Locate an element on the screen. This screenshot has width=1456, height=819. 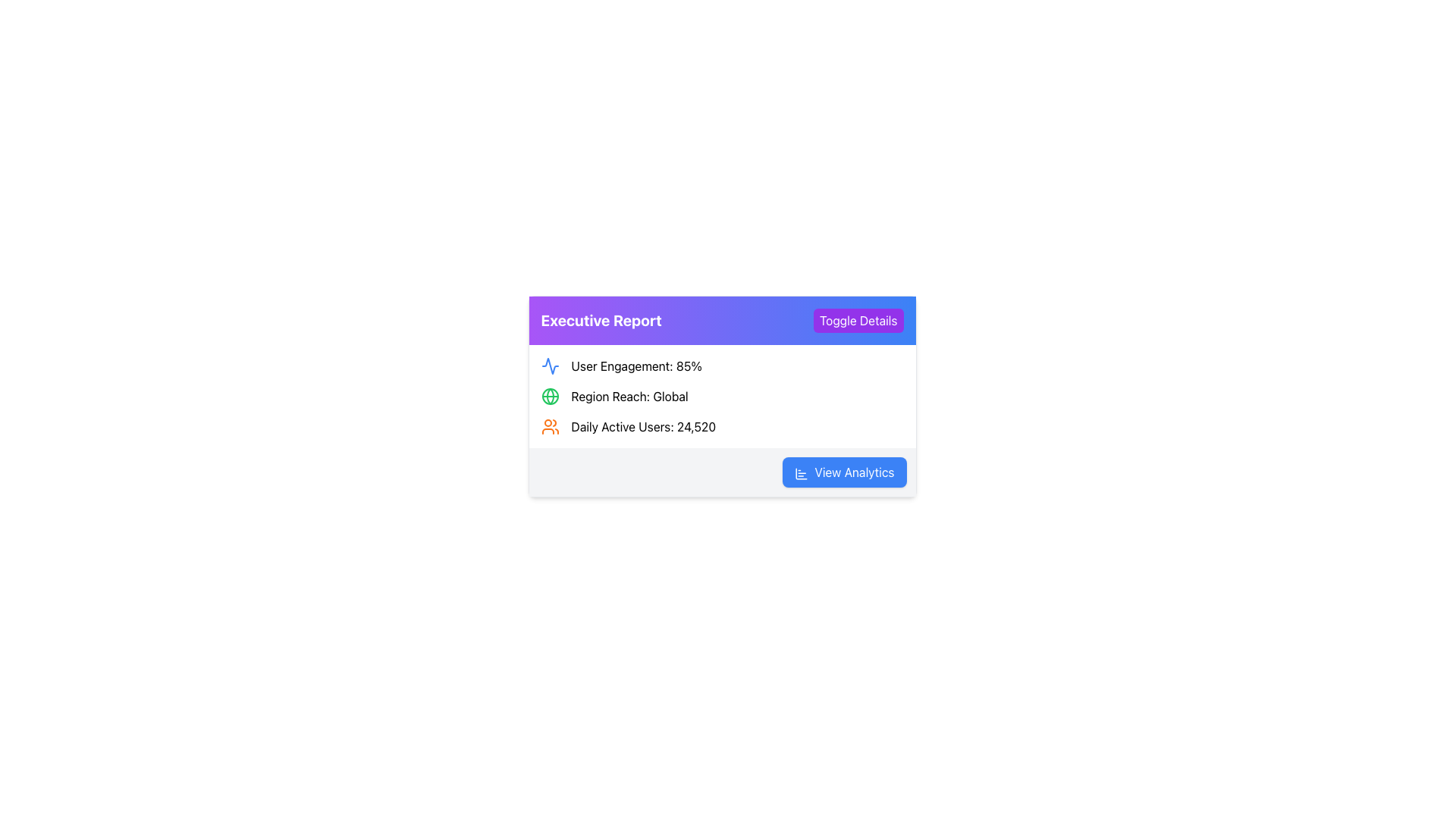
the bold, large-sized text reading 'Executive Report', which is styled in white on a gradient background from purple to blue, located in the header section of a panel is located at coordinates (601, 320).